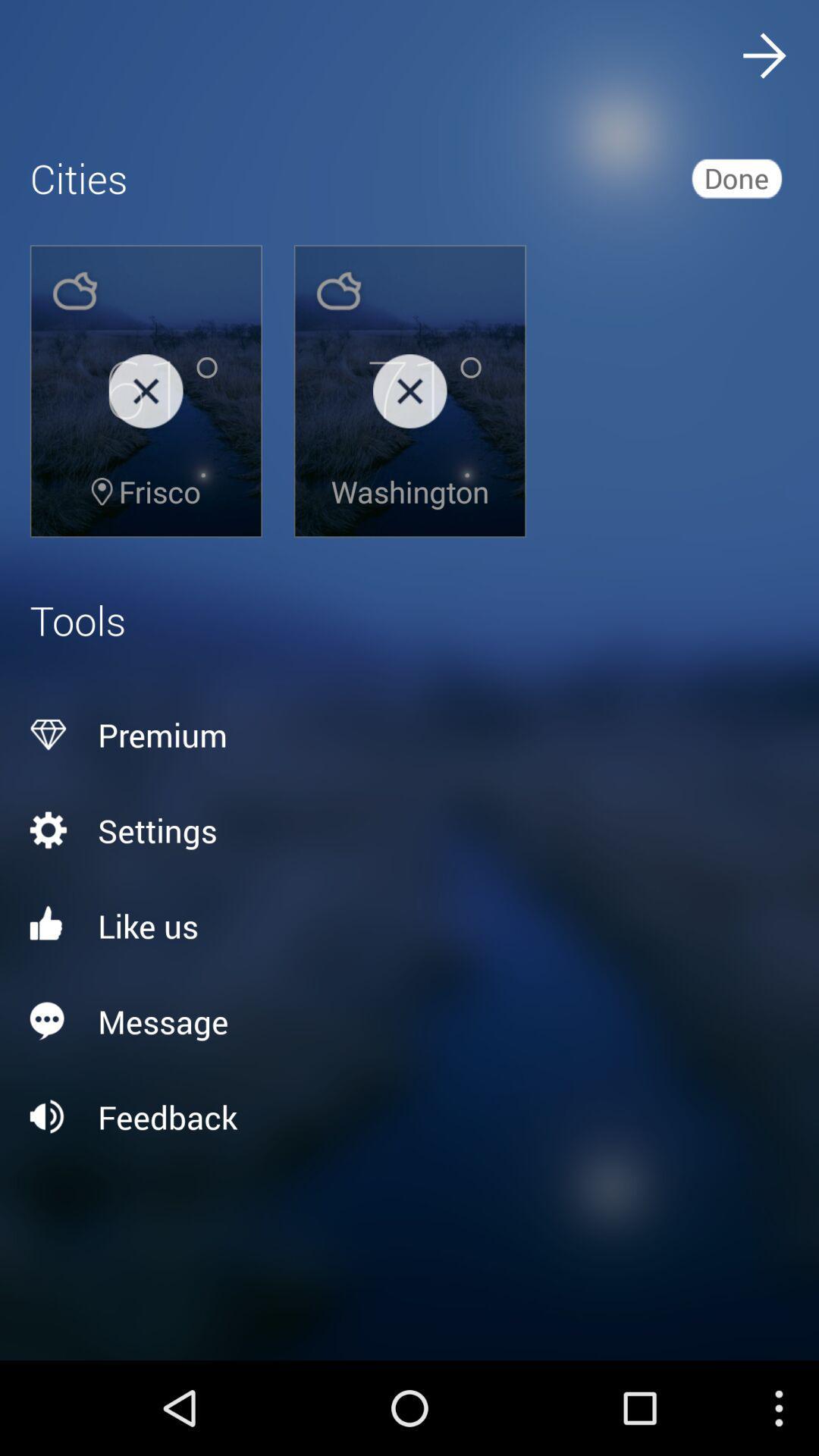 Image resolution: width=819 pixels, height=1456 pixels. What do you see at coordinates (409, 924) in the screenshot?
I see `the item above message` at bounding box center [409, 924].